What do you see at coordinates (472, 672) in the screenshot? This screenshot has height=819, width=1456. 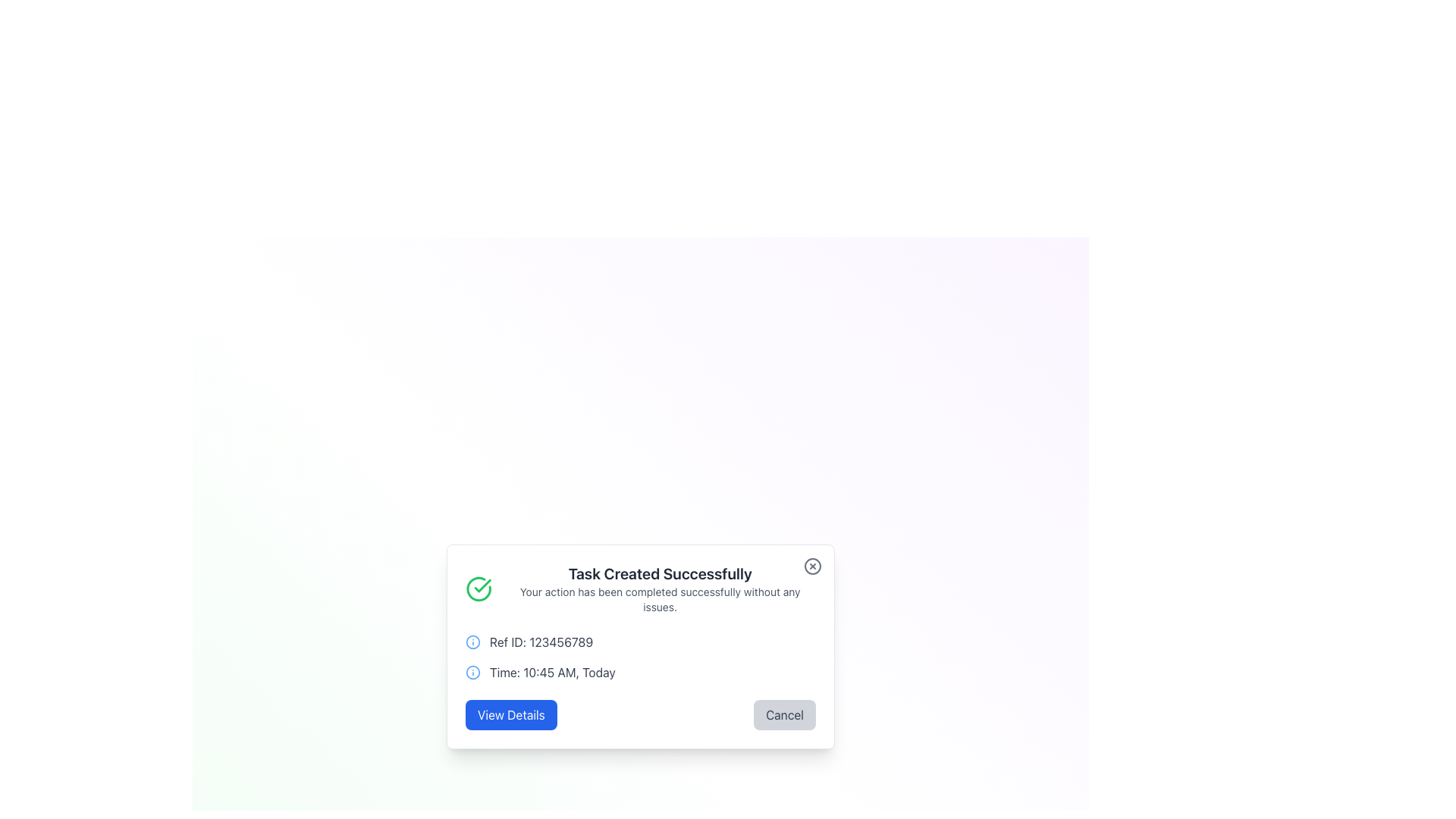 I see `the Informational Icon located to the left of the text label 'Time: 10:45 AM, Today' in the notification box` at bounding box center [472, 672].